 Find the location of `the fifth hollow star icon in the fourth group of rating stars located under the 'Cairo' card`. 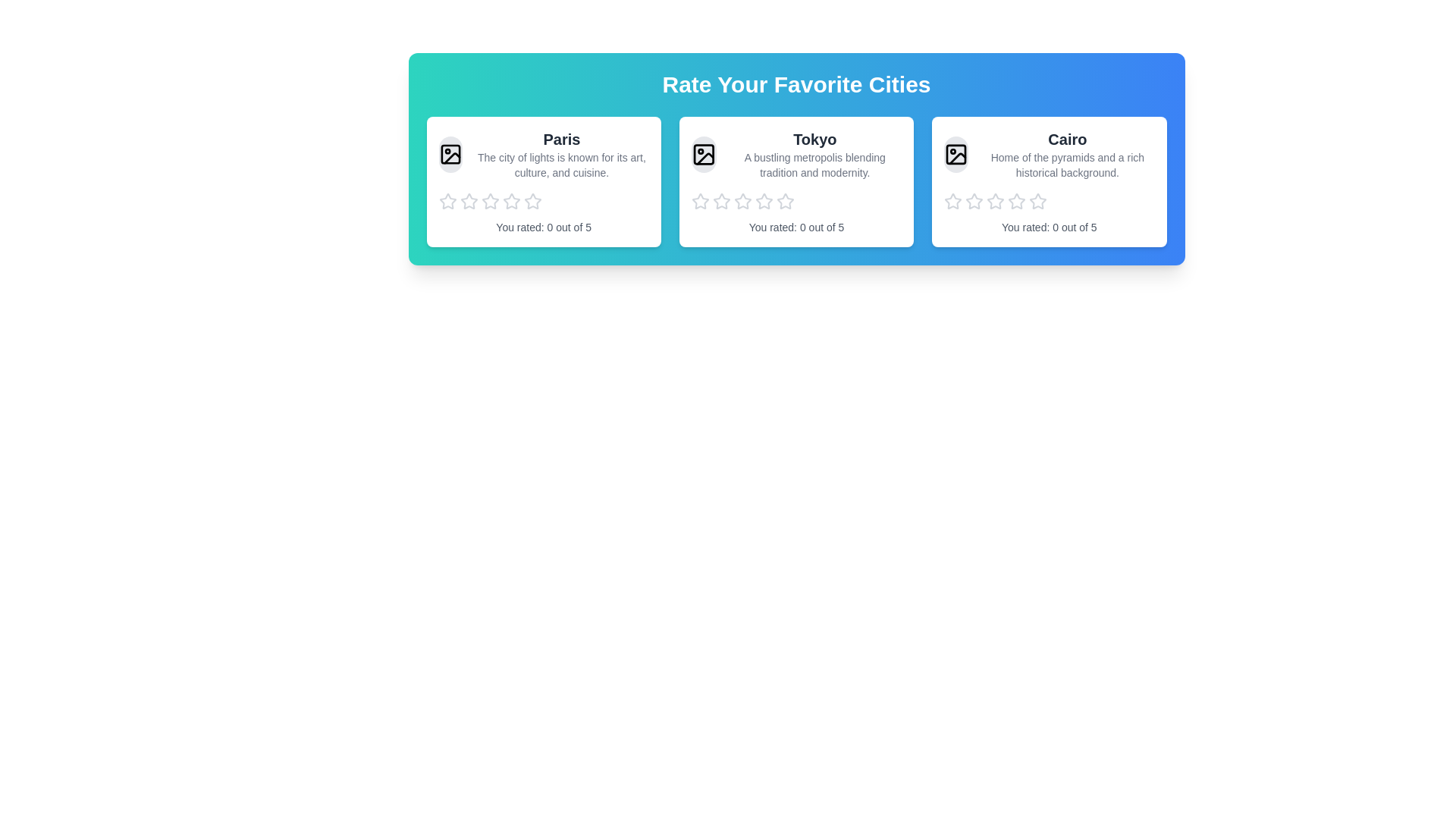

the fifth hollow star icon in the fourth group of rating stars located under the 'Cairo' card is located at coordinates (1017, 201).